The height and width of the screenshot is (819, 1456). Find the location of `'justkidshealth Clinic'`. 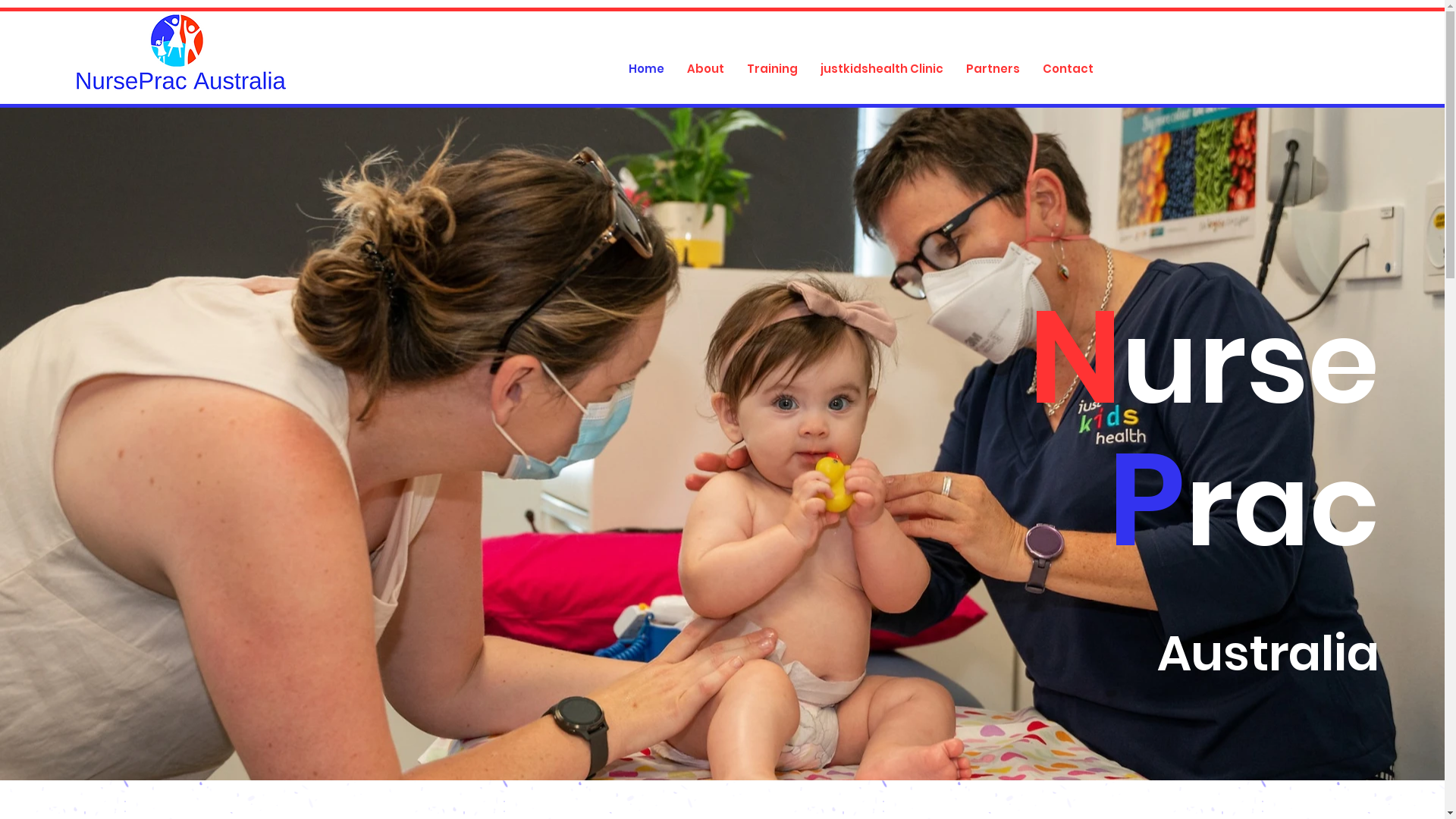

'justkidshealth Clinic' is located at coordinates (880, 69).